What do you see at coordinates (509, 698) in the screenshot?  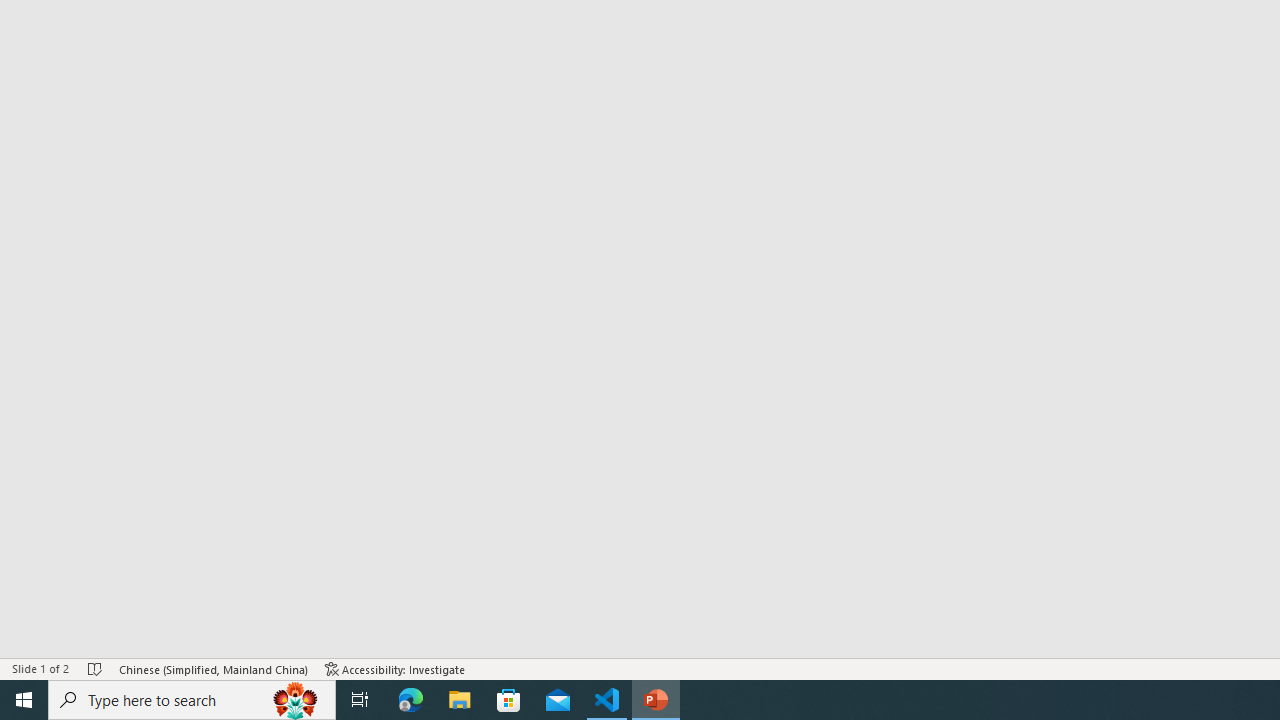 I see `'Microsoft Store'` at bounding box center [509, 698].